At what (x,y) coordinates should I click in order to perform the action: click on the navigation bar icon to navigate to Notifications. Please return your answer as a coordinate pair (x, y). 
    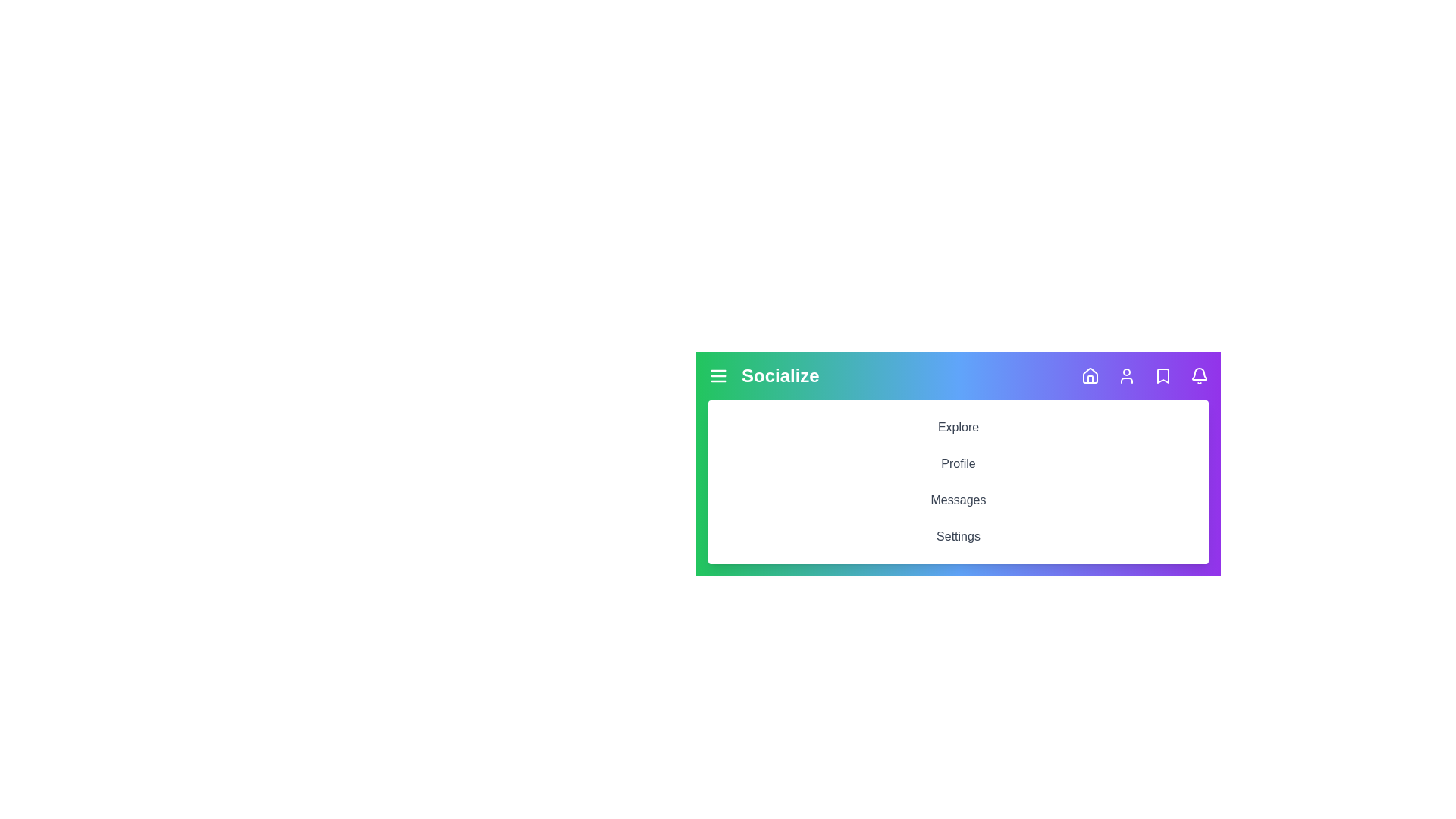
    Looking at the image, I should click on (1199, 375).